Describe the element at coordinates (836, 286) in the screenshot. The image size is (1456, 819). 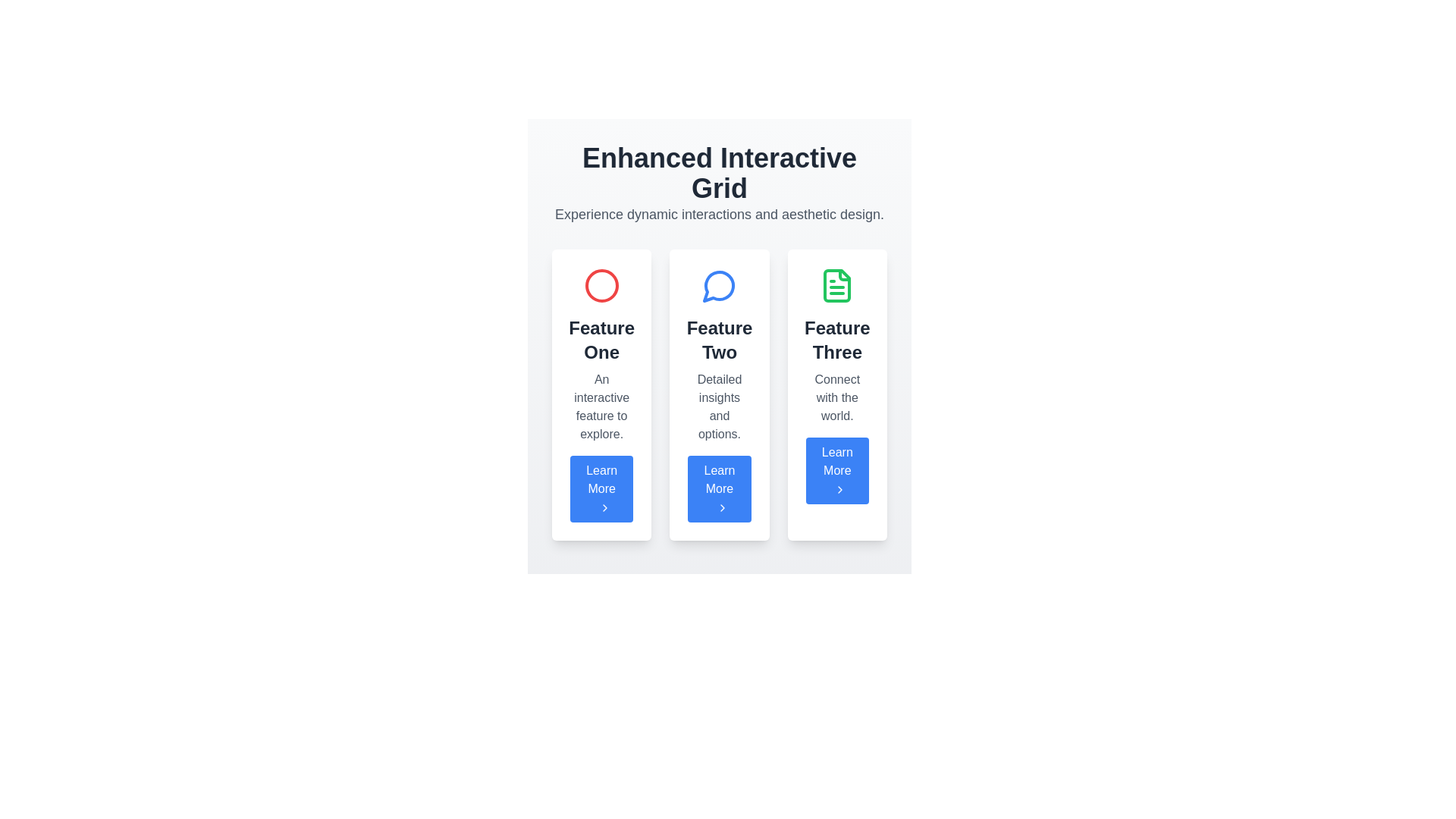
I see `the green file icon located at the top of the 'Feature Three' card, which is centered above the title 'Feature Three'` at that location.